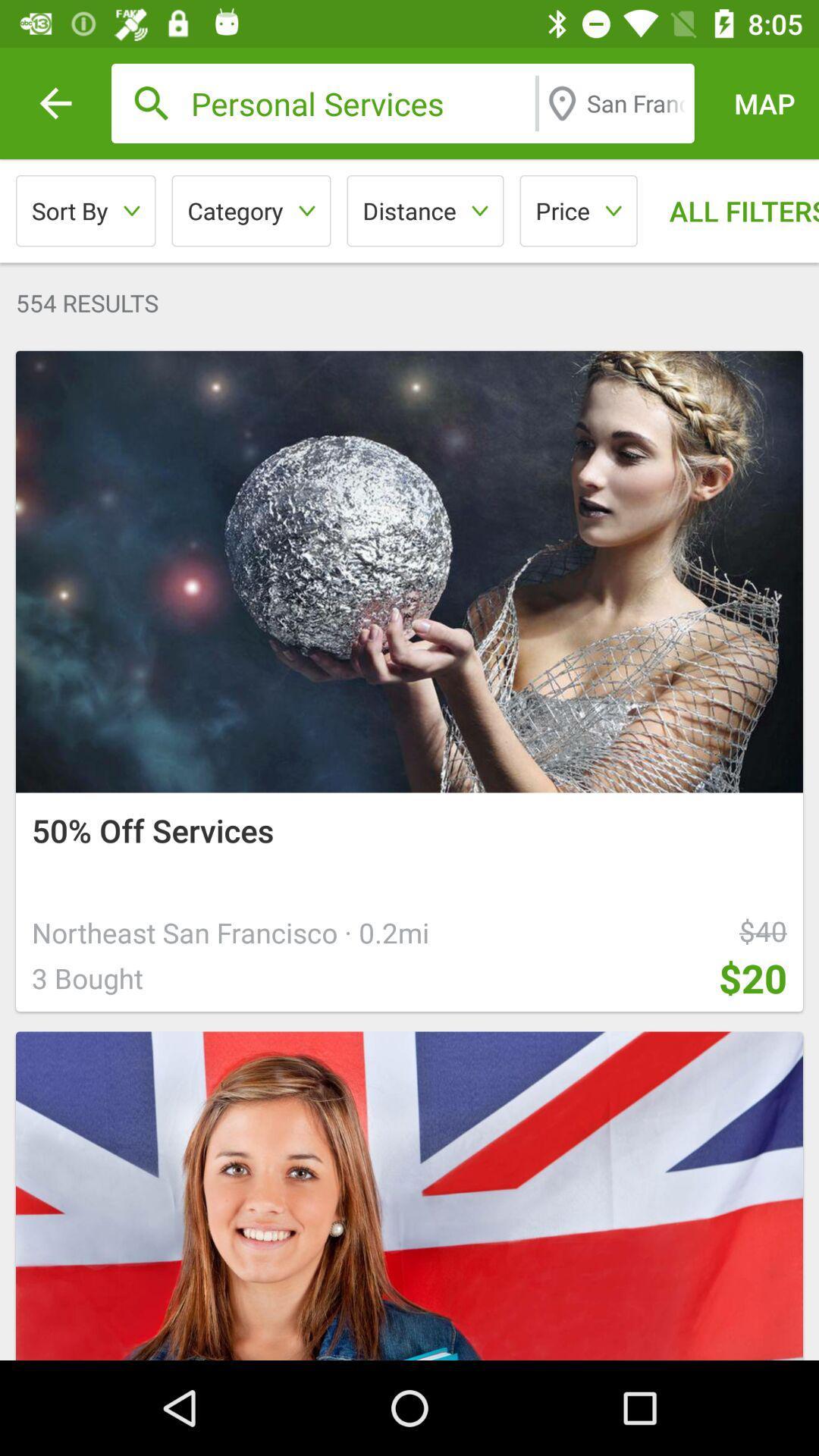  Describe the element at coordinates (250, 210) in the screenshot. I see `category icon` at that location.